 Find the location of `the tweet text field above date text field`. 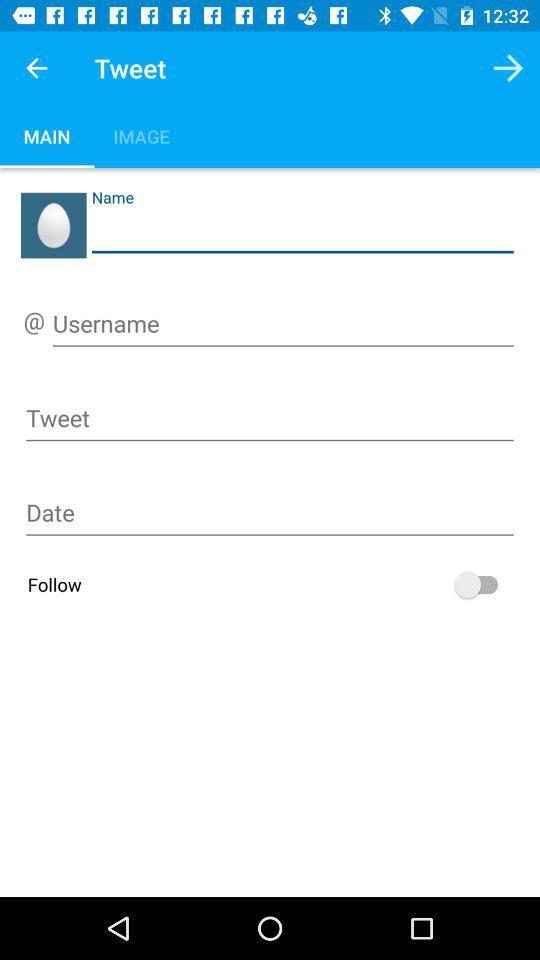

the tweet text field above date text field is located at coordinates (270, 422).